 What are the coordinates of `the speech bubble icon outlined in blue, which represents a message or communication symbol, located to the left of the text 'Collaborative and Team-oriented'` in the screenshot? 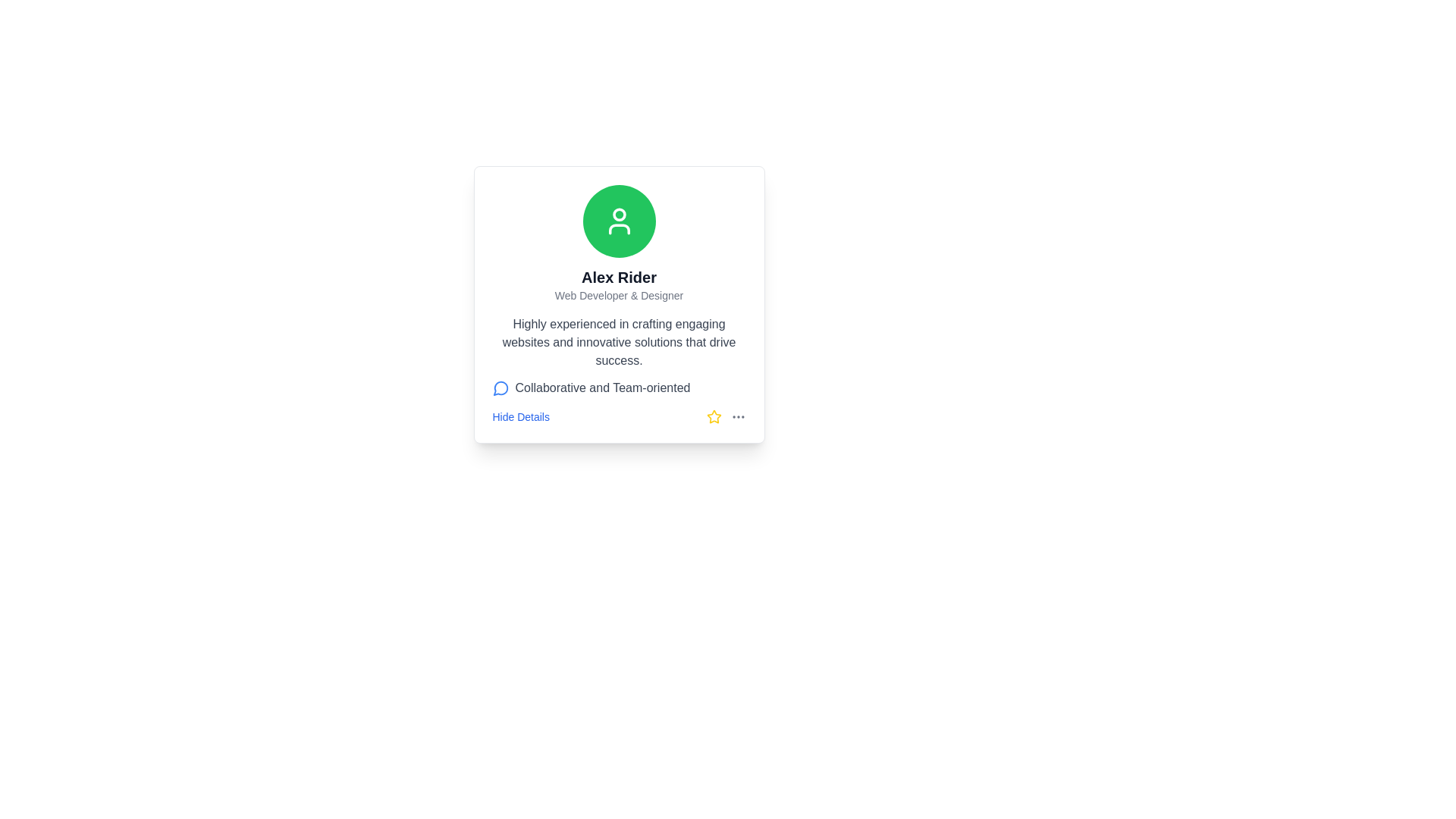 It's located at (500, 388).